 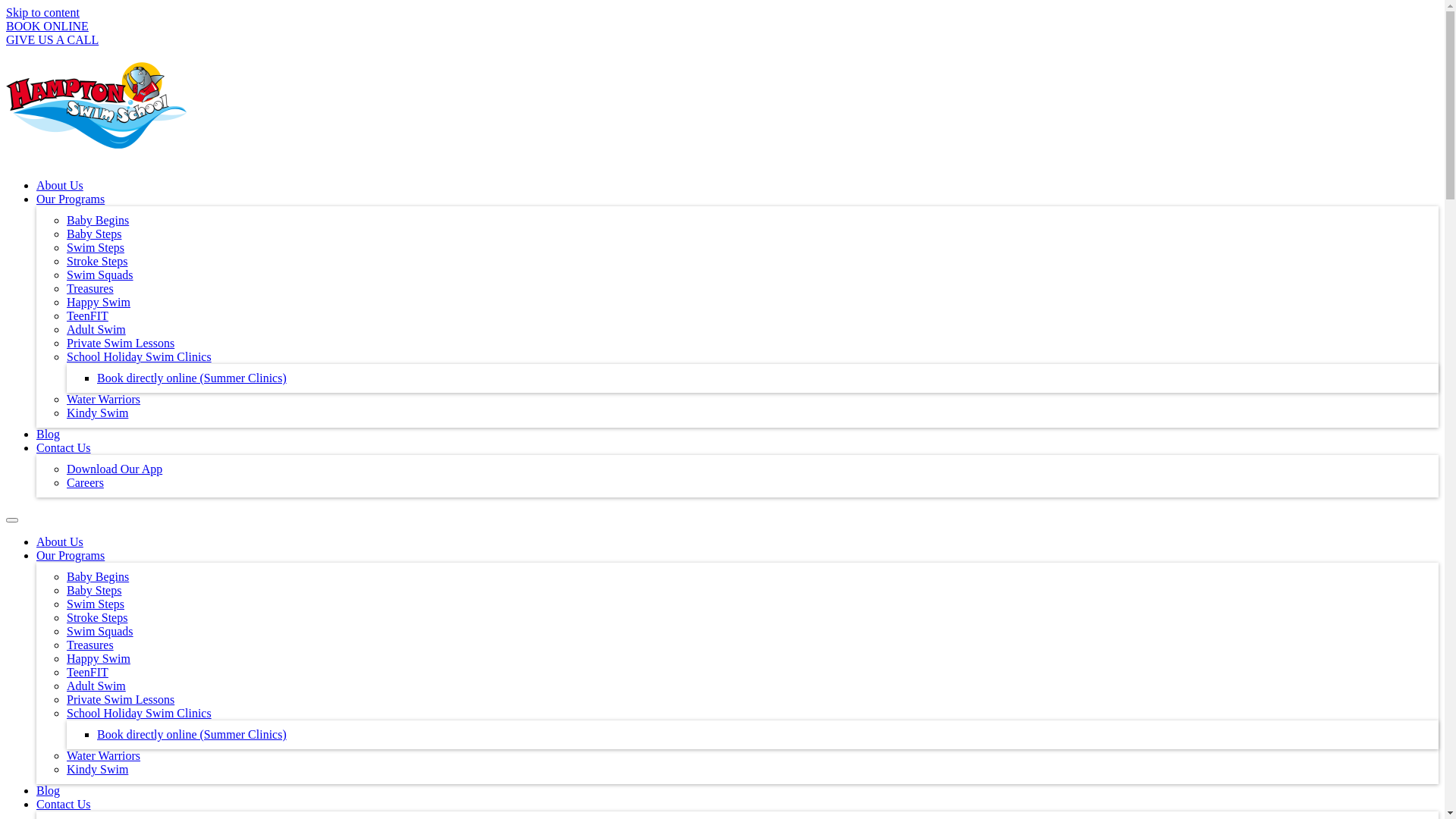 What do you see at coordinates (95, 686) in the screenshot?
I see `'Adult Swim'` at bounding box center [95, 686].